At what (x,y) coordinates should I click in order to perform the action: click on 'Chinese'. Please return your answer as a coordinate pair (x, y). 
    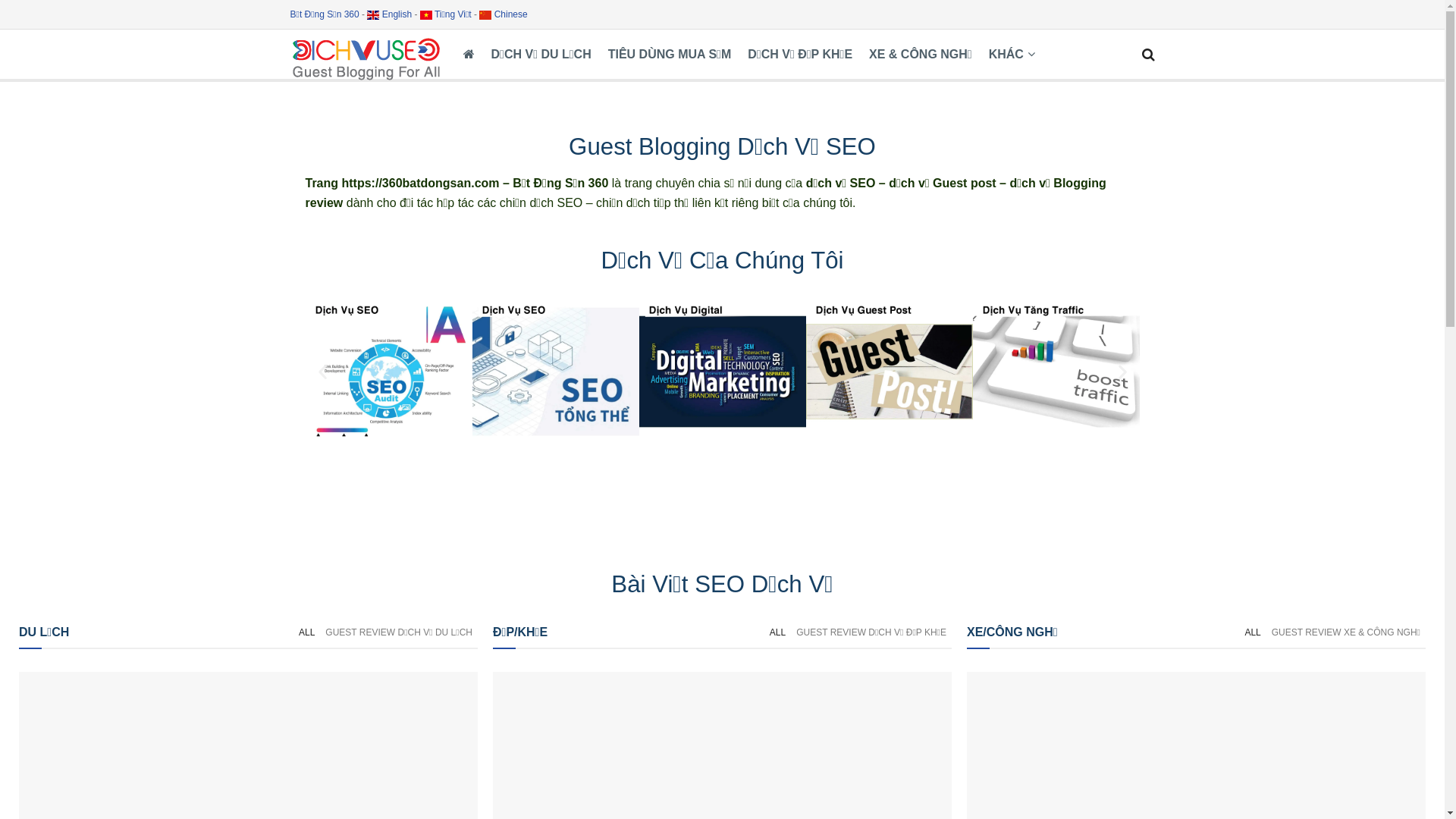
    Looking at the image, I should click on (503, 14).